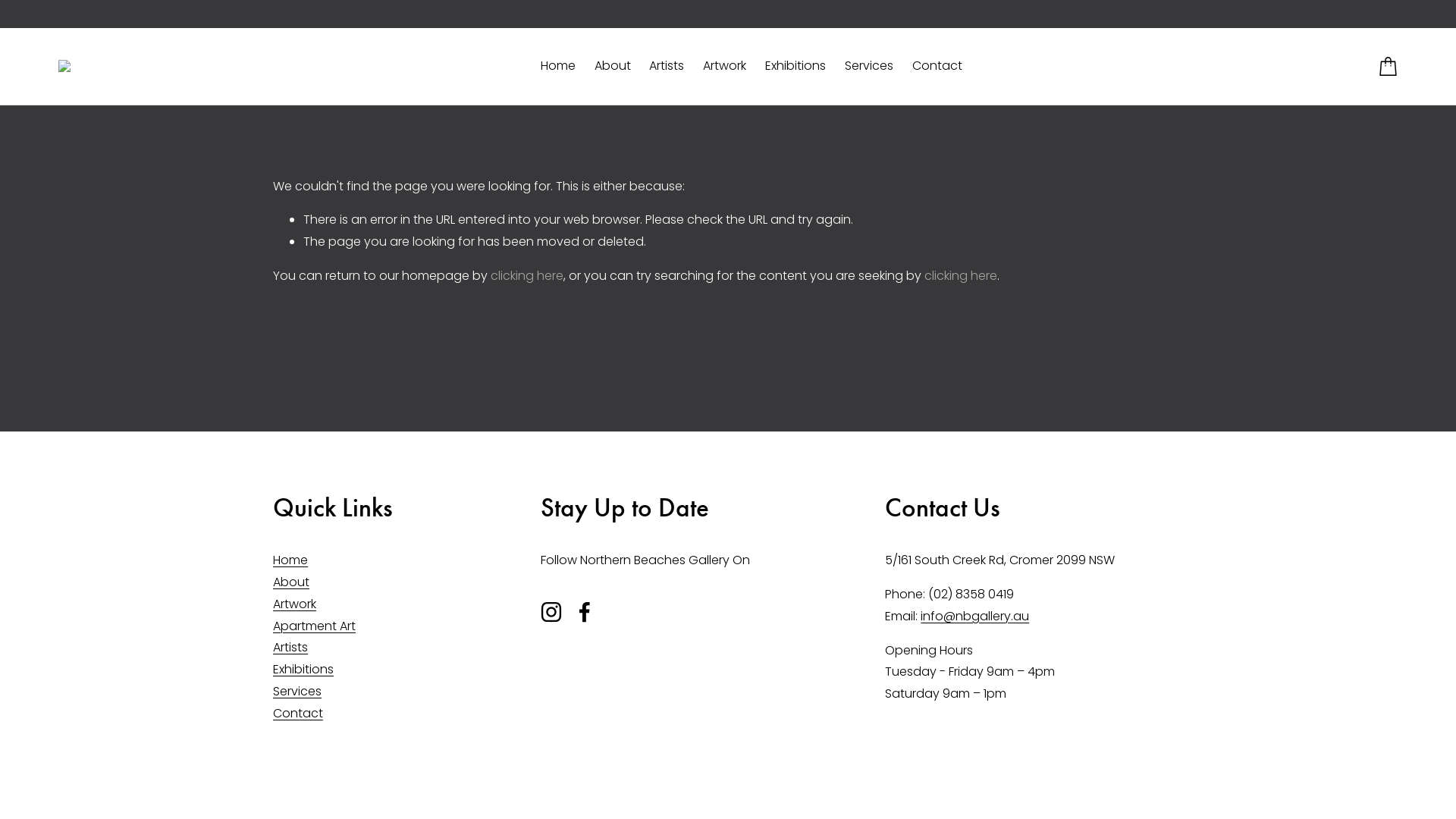 The height and width of the screenshot is (819, 1456). What do you see at coordinates (960, 275) in the screenshot?
I see `'clicking here'` at bounding box center [960, 275].